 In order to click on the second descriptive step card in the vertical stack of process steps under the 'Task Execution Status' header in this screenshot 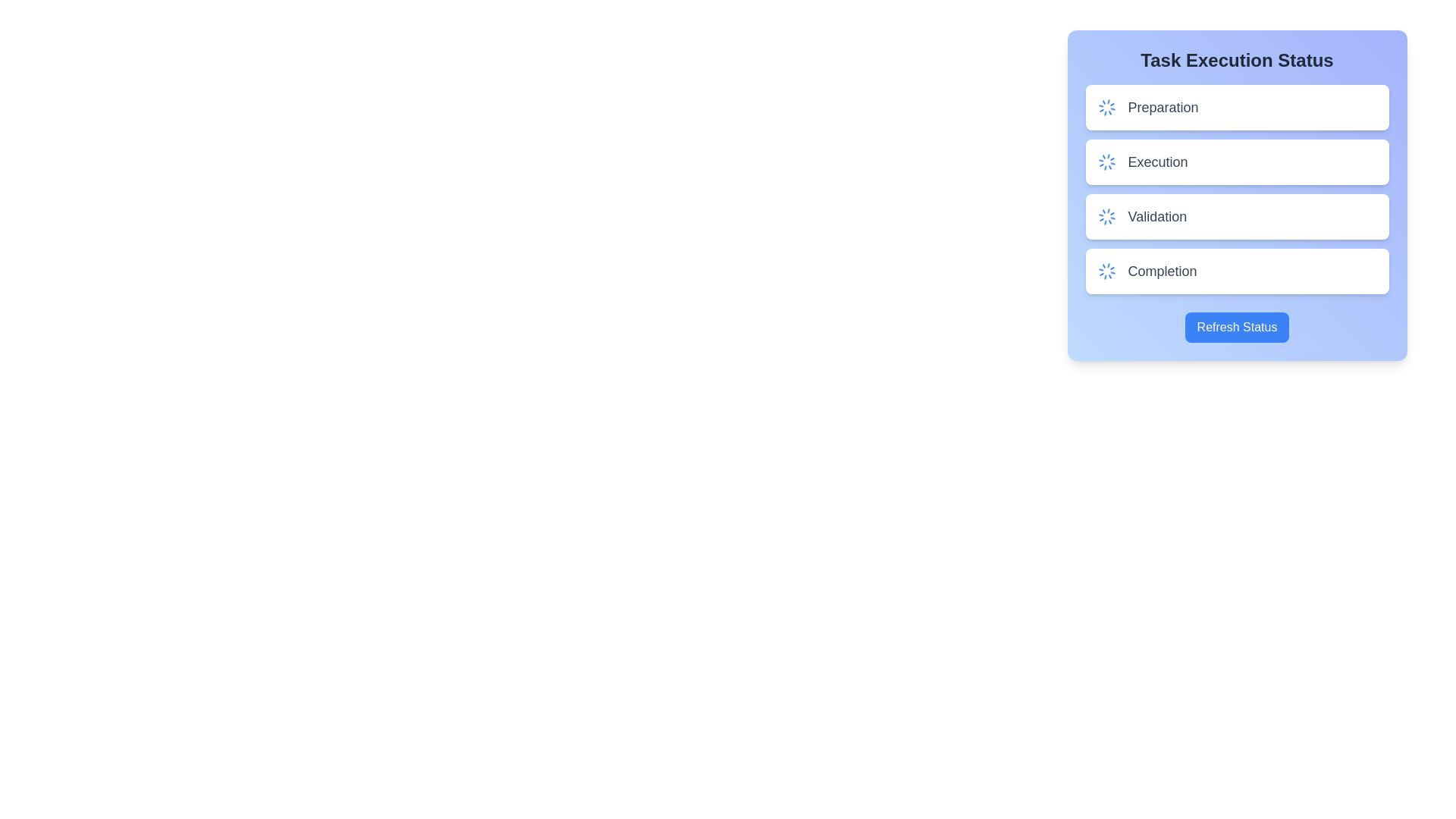, I will do `click(1237, 189)`.